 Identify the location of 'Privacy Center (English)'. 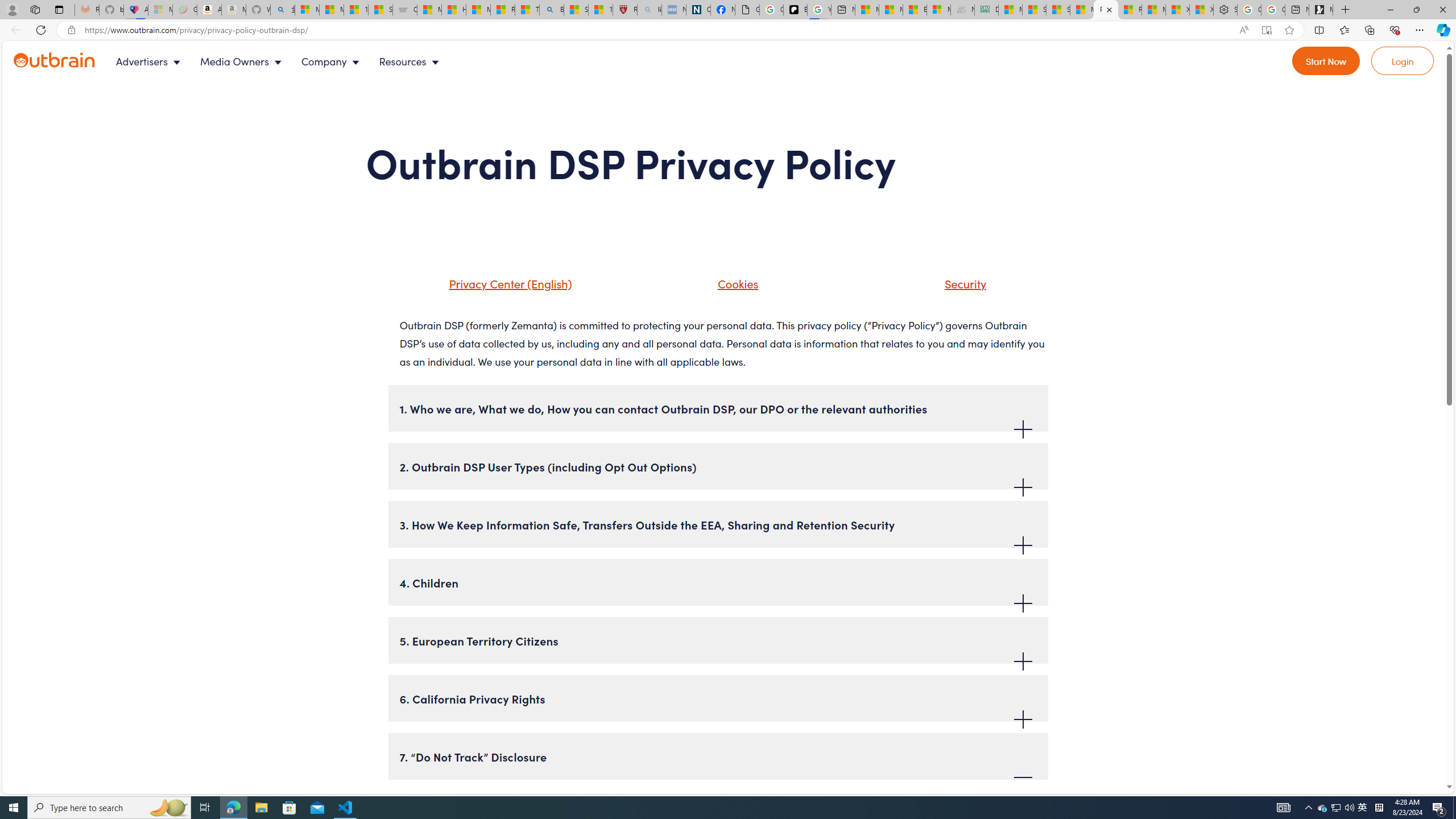
(495, 287).